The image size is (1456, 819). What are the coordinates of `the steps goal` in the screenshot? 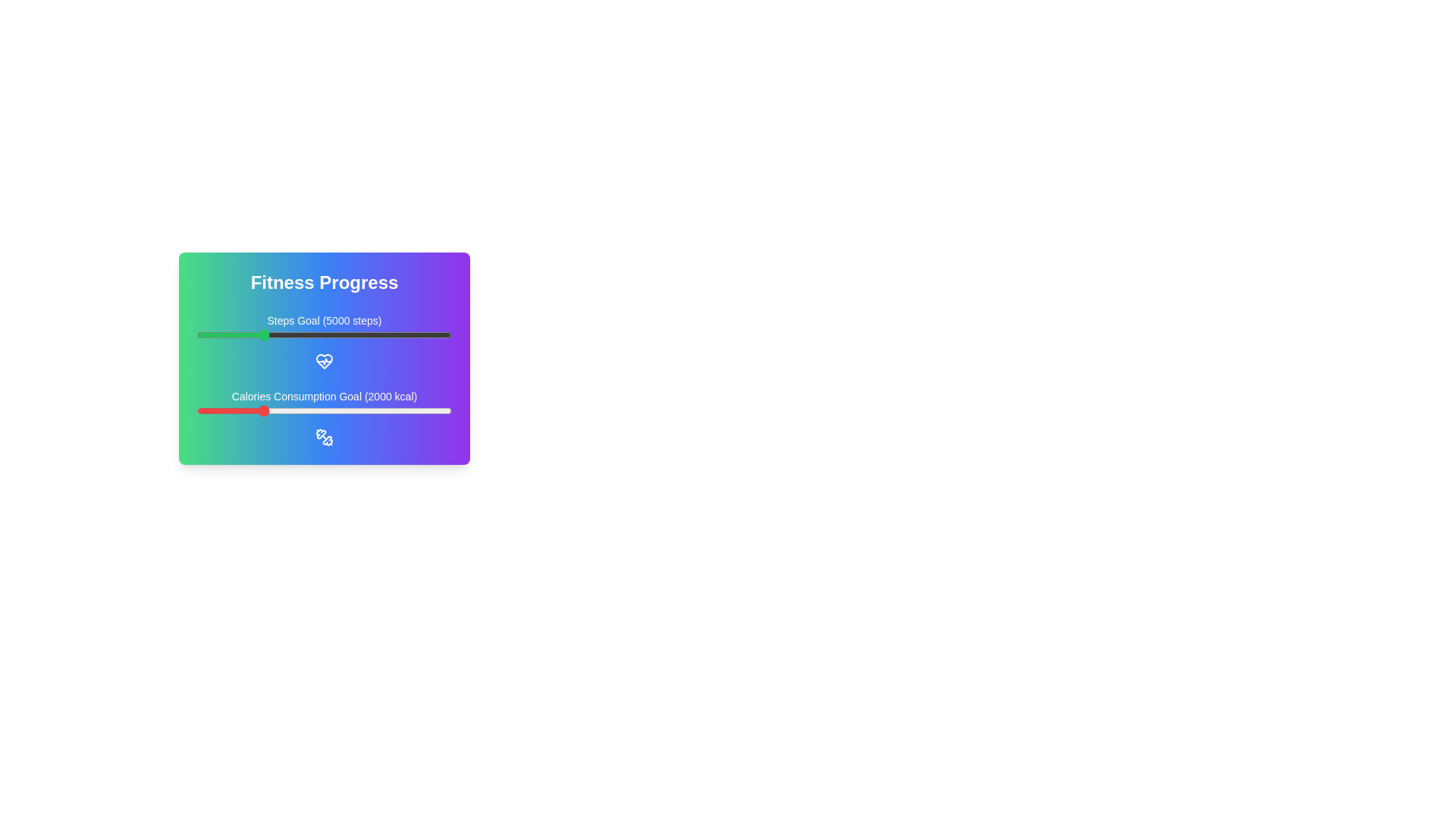 It's located at (431, 334).